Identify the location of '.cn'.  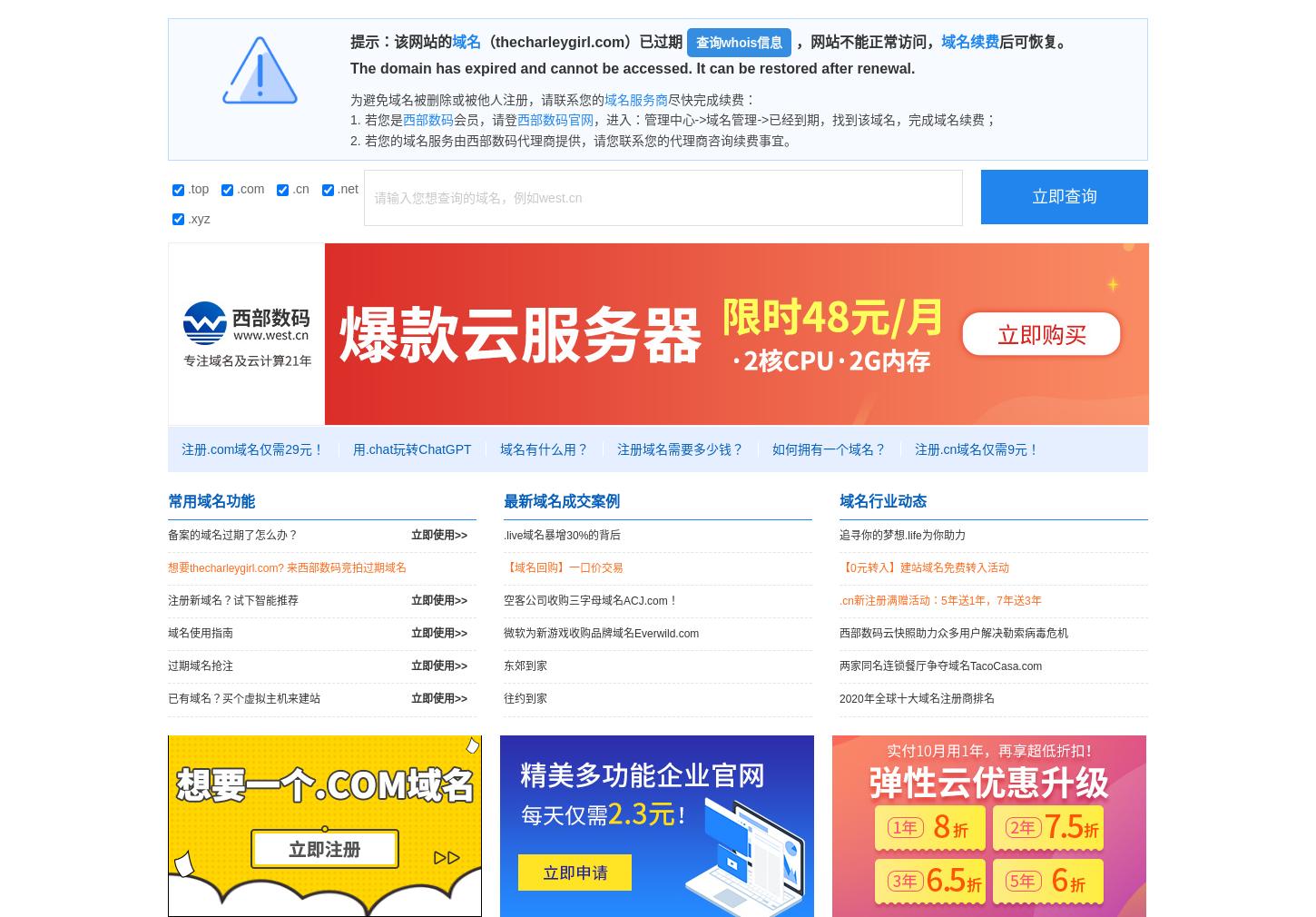
(299, 187).